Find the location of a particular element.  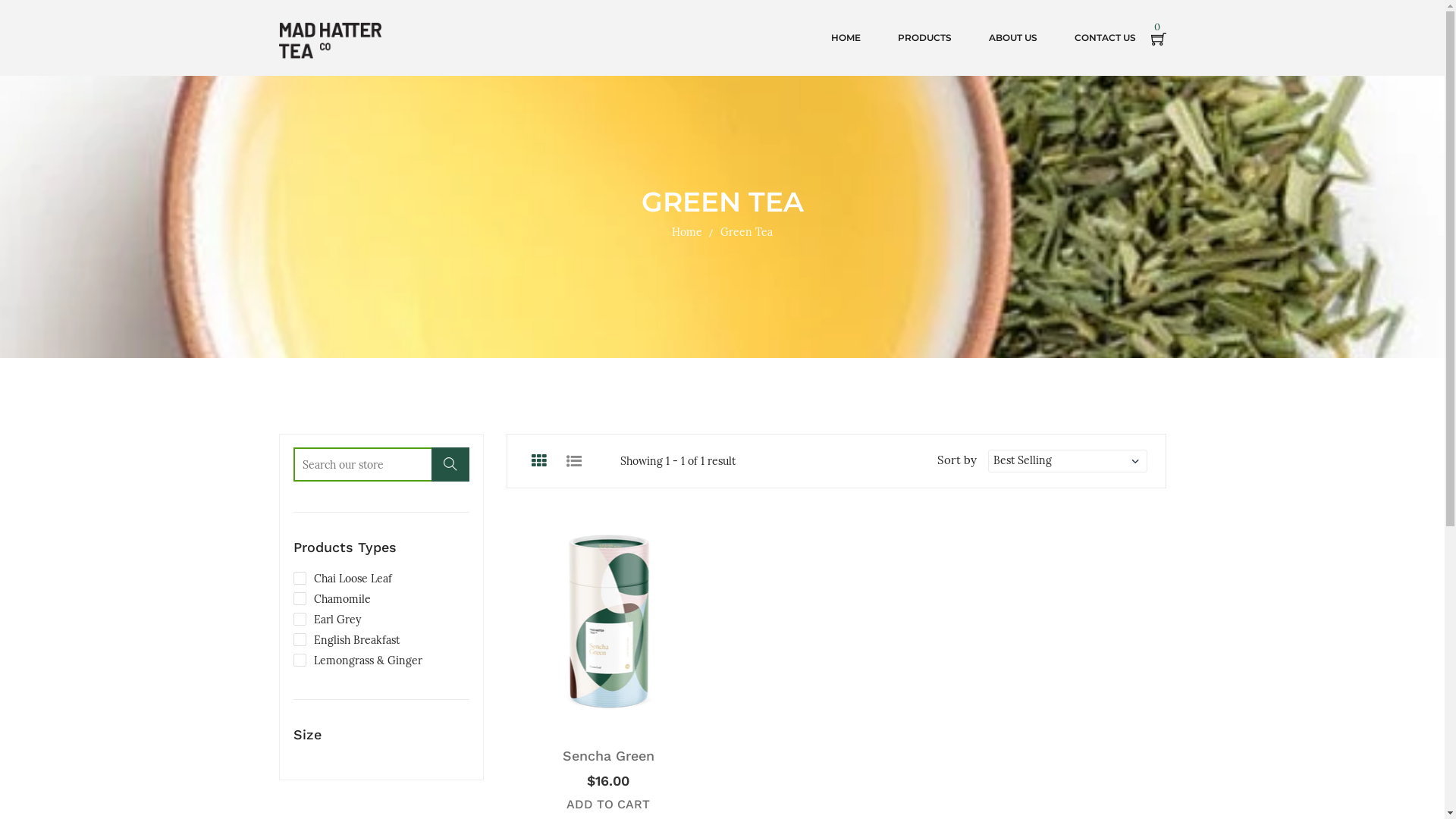

'Home' is located at coordinates (686, 231).